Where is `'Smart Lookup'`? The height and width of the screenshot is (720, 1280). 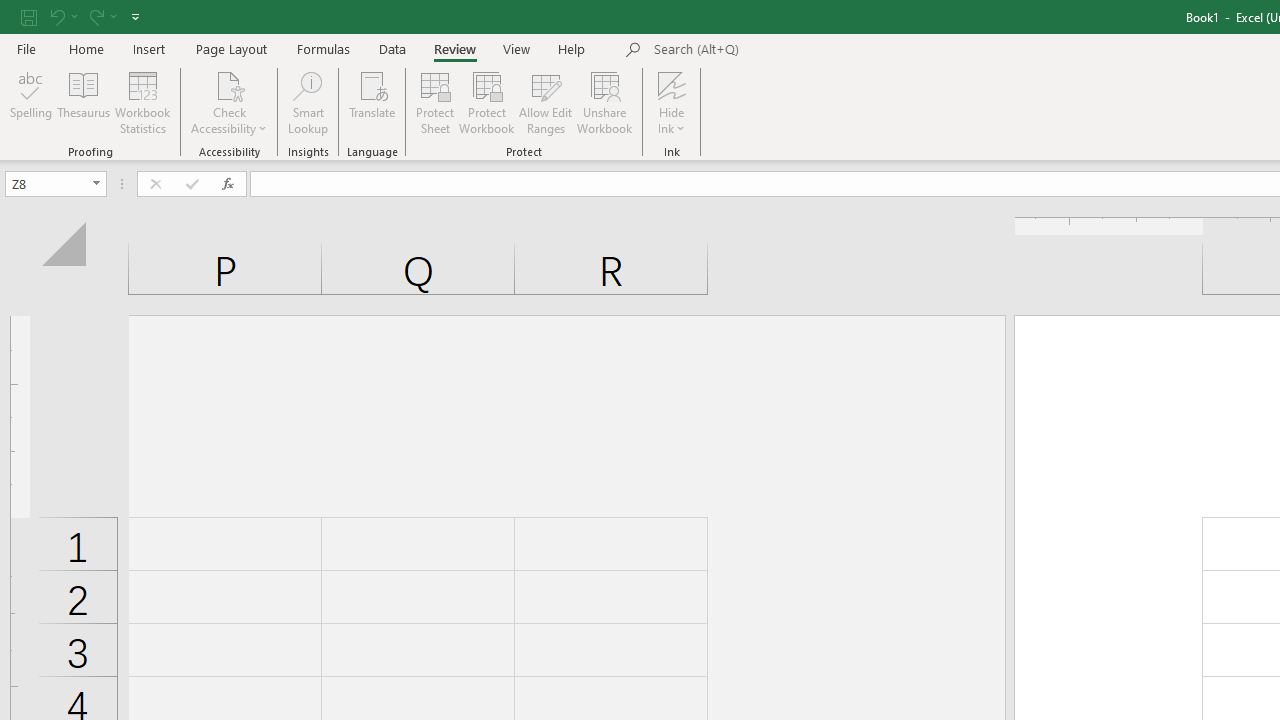 'Smart Lookup' is located at coordinates (307, 103).